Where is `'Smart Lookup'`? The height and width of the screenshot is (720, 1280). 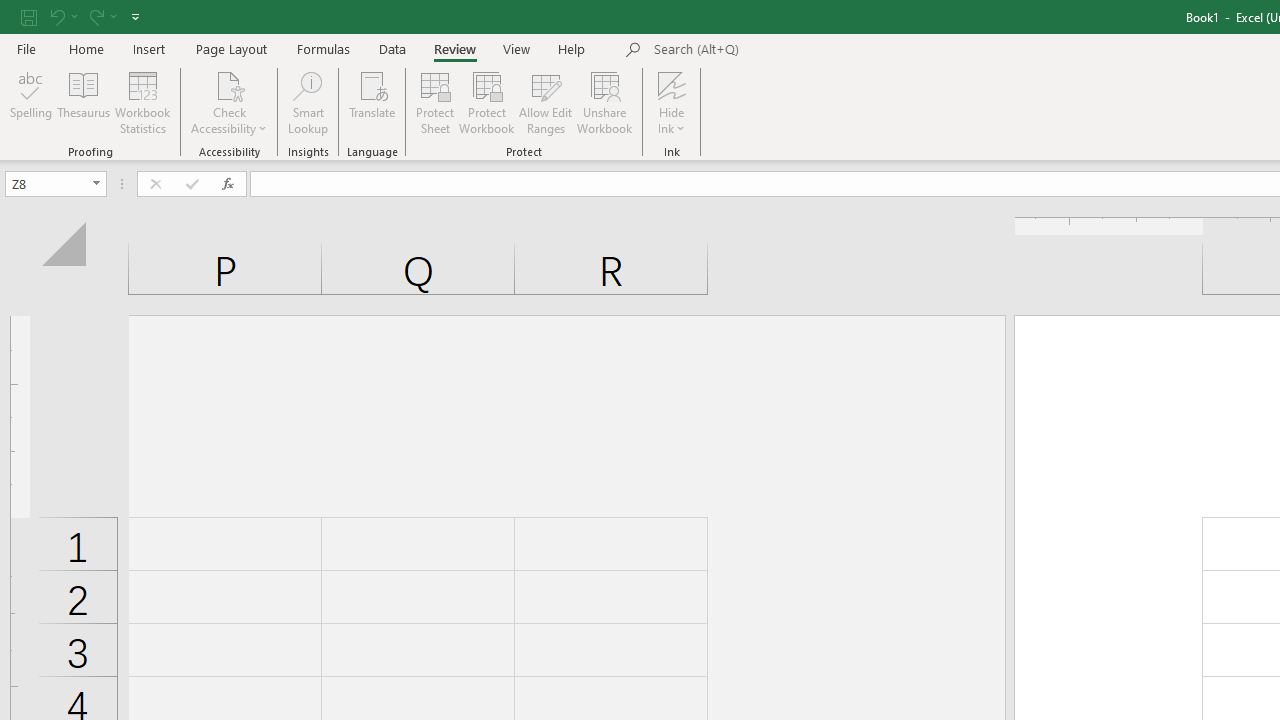 'Smart Lookup' is located at coordinates (307, 103).